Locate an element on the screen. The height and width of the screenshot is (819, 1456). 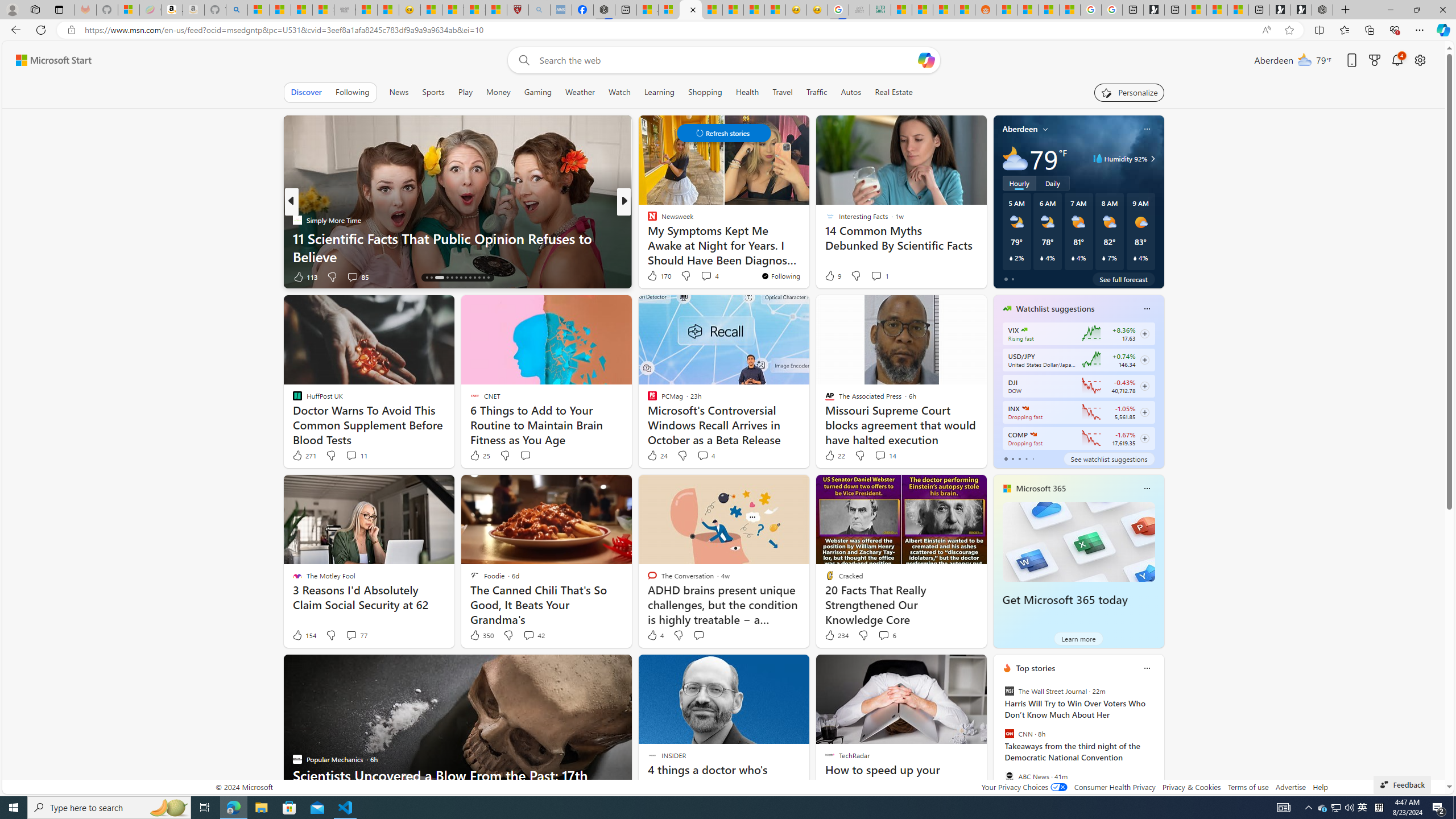
'View comments 6 Comment' is located at coordinates (887, 634).